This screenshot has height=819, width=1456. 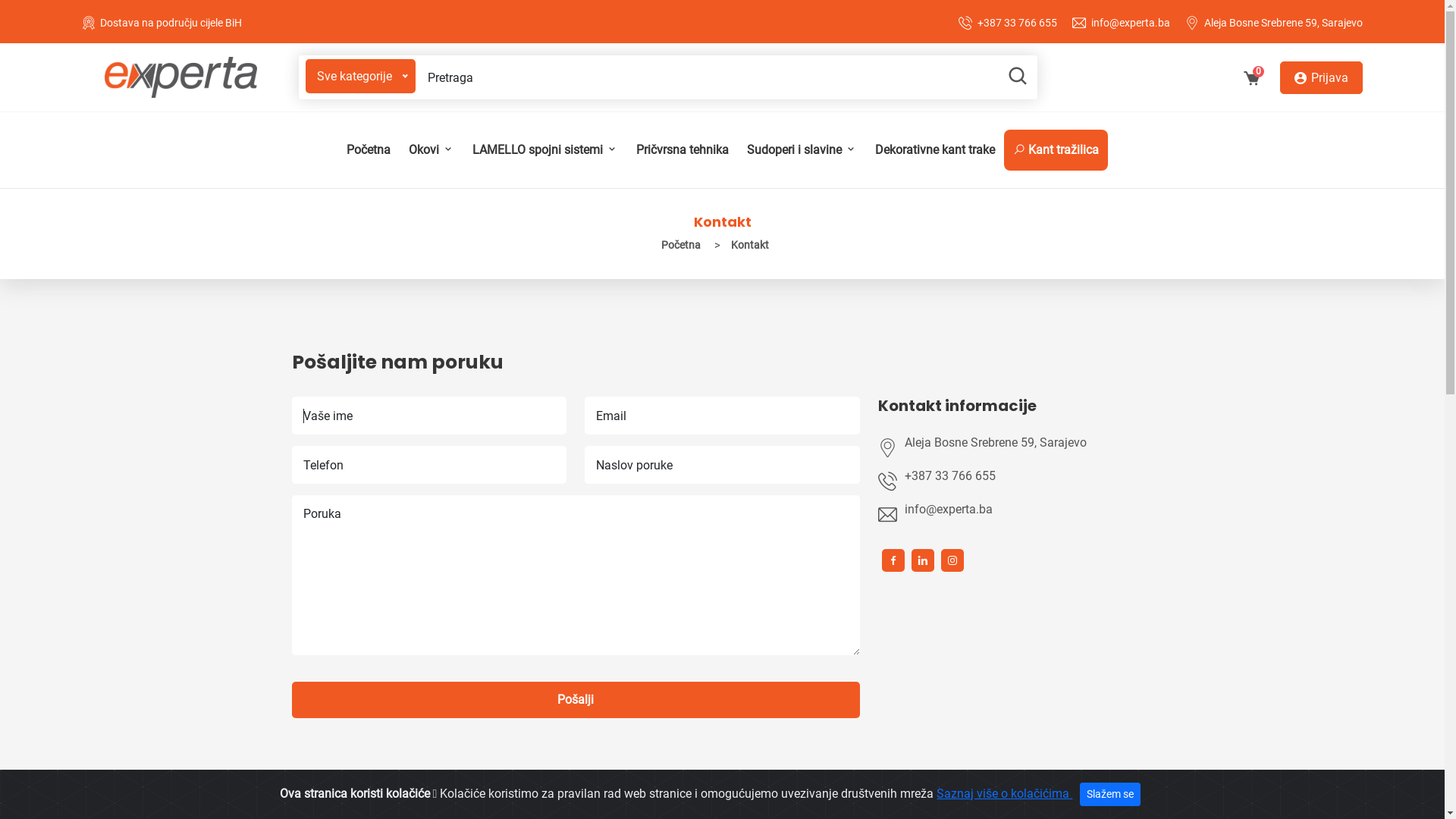 What do you see at coordinates (1022, 509) in the screenshot?
I see `'info@experta.ba'` at bounding box center [1022, 509].